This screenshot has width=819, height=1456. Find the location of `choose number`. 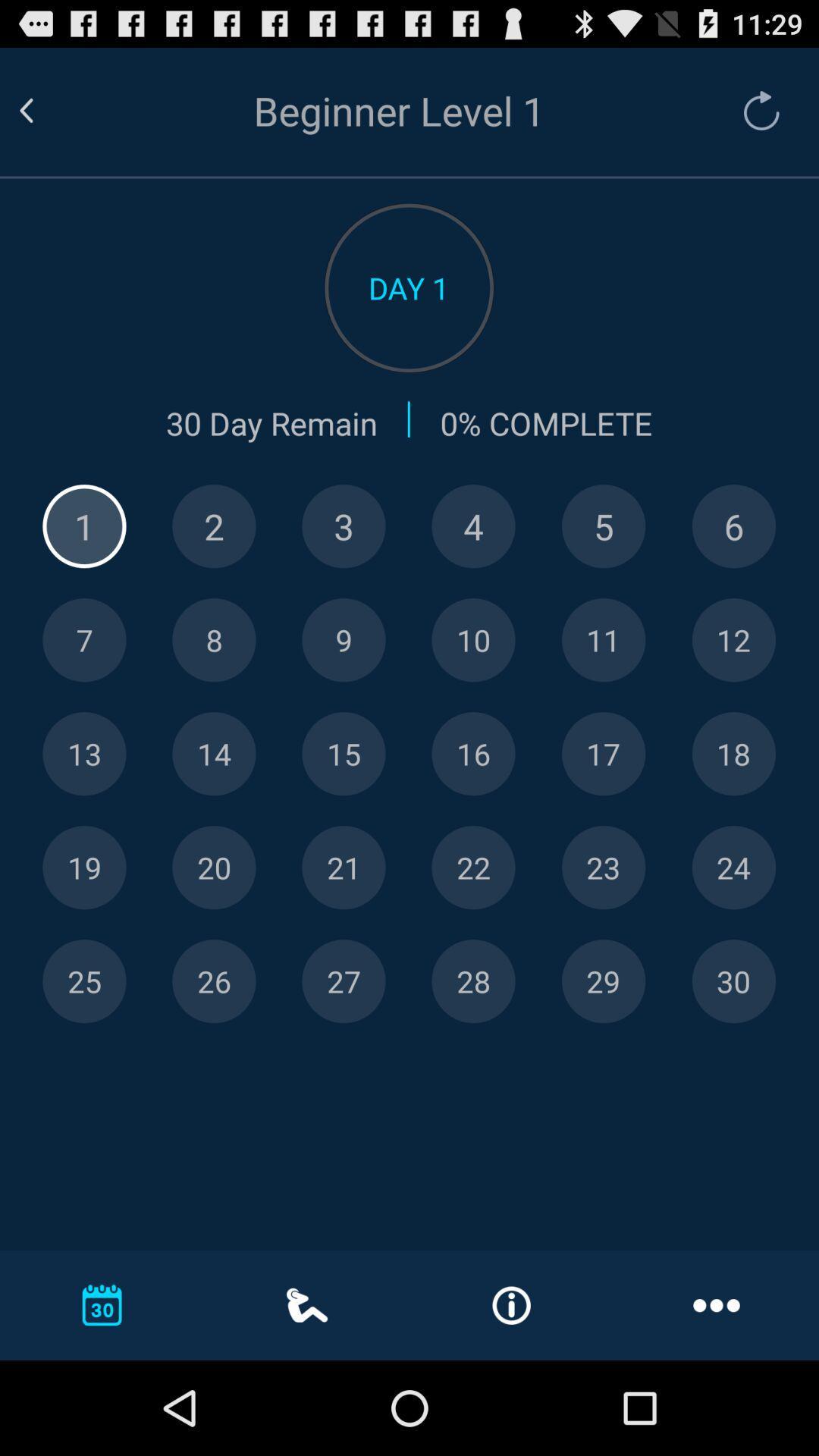

choose number is located at coordinates (344, 868).